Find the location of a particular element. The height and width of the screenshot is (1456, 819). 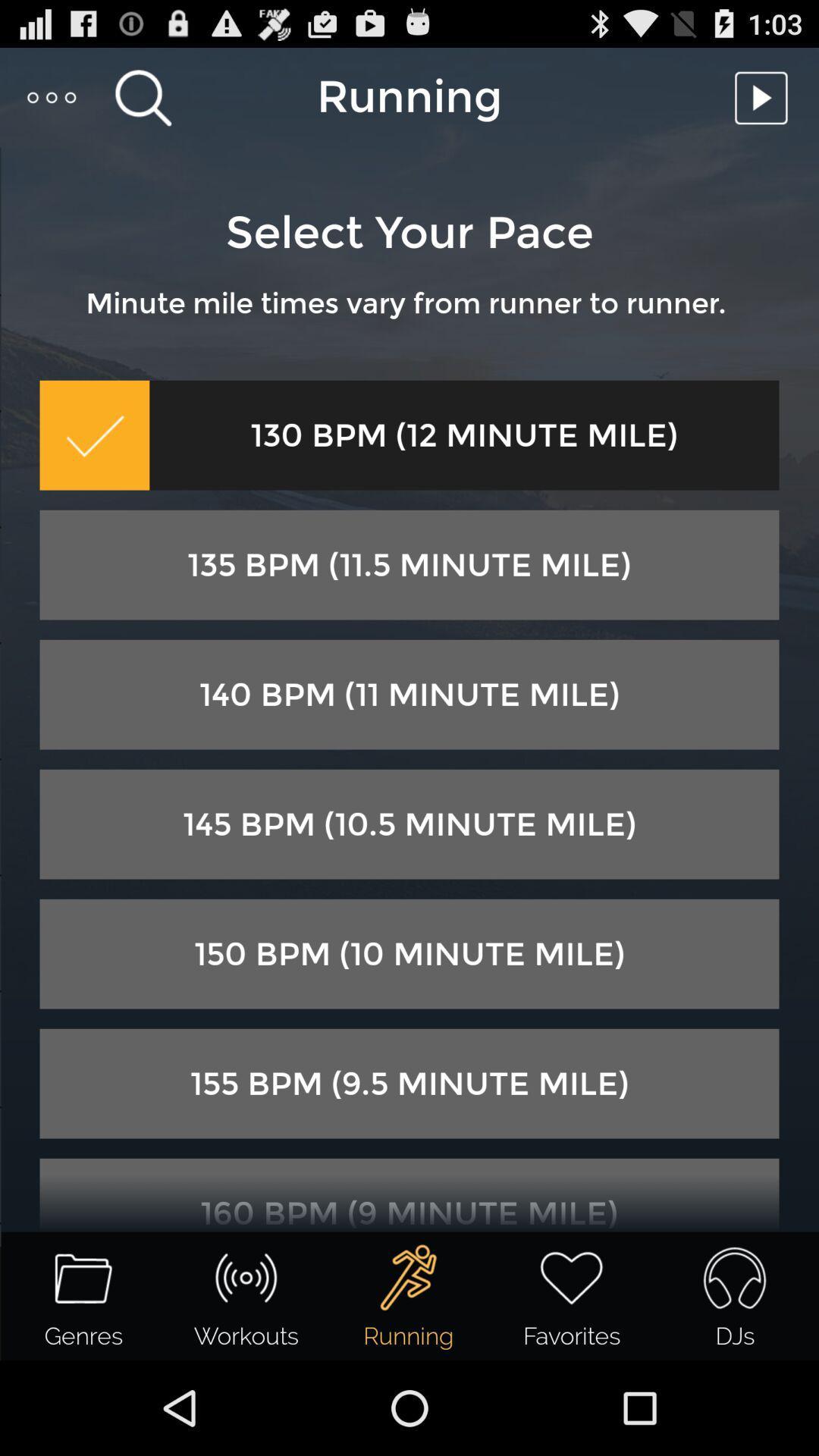

the more icon is located at coordinates (52, 103).